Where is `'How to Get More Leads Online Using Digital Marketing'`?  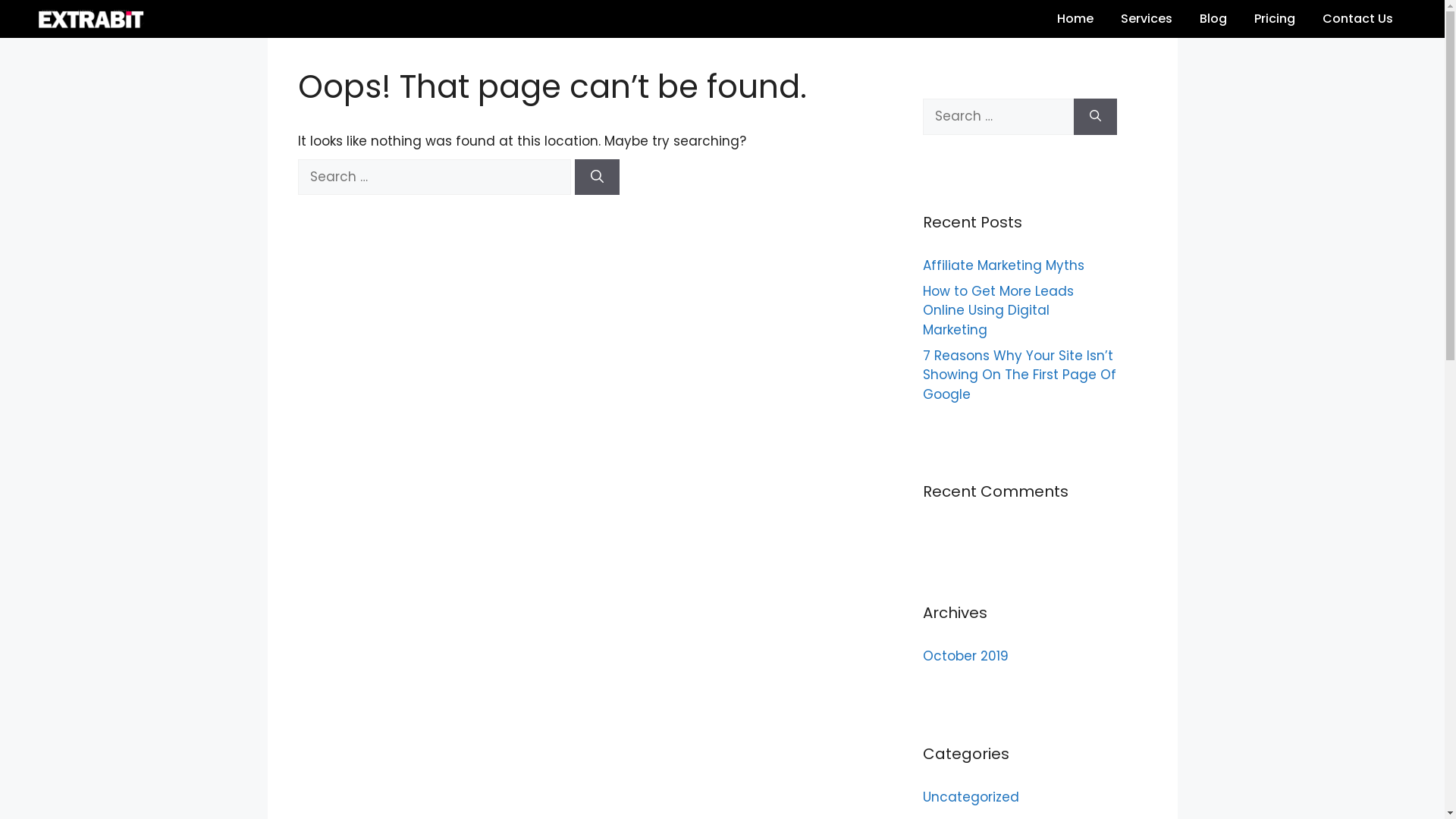 'How to Get More Leads Online Using Digital Marketing' is located at coordinates (997, 309).